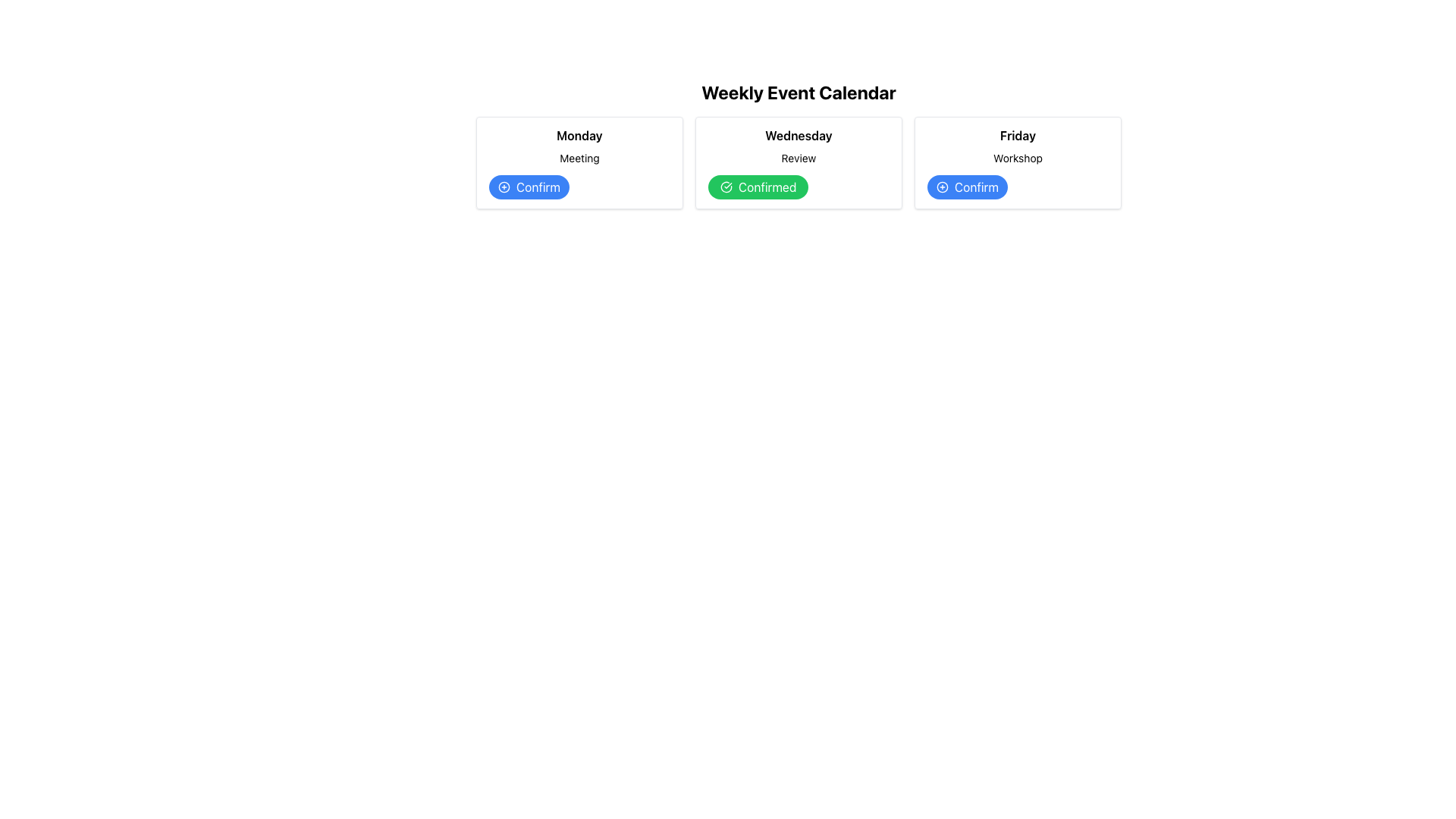 This screenshot has height=819, width=1456. I want to click on the text label that denotes the day of the week, positioned at the top center of the 'Monday Meeting Confirm' card, so click(579, 134).